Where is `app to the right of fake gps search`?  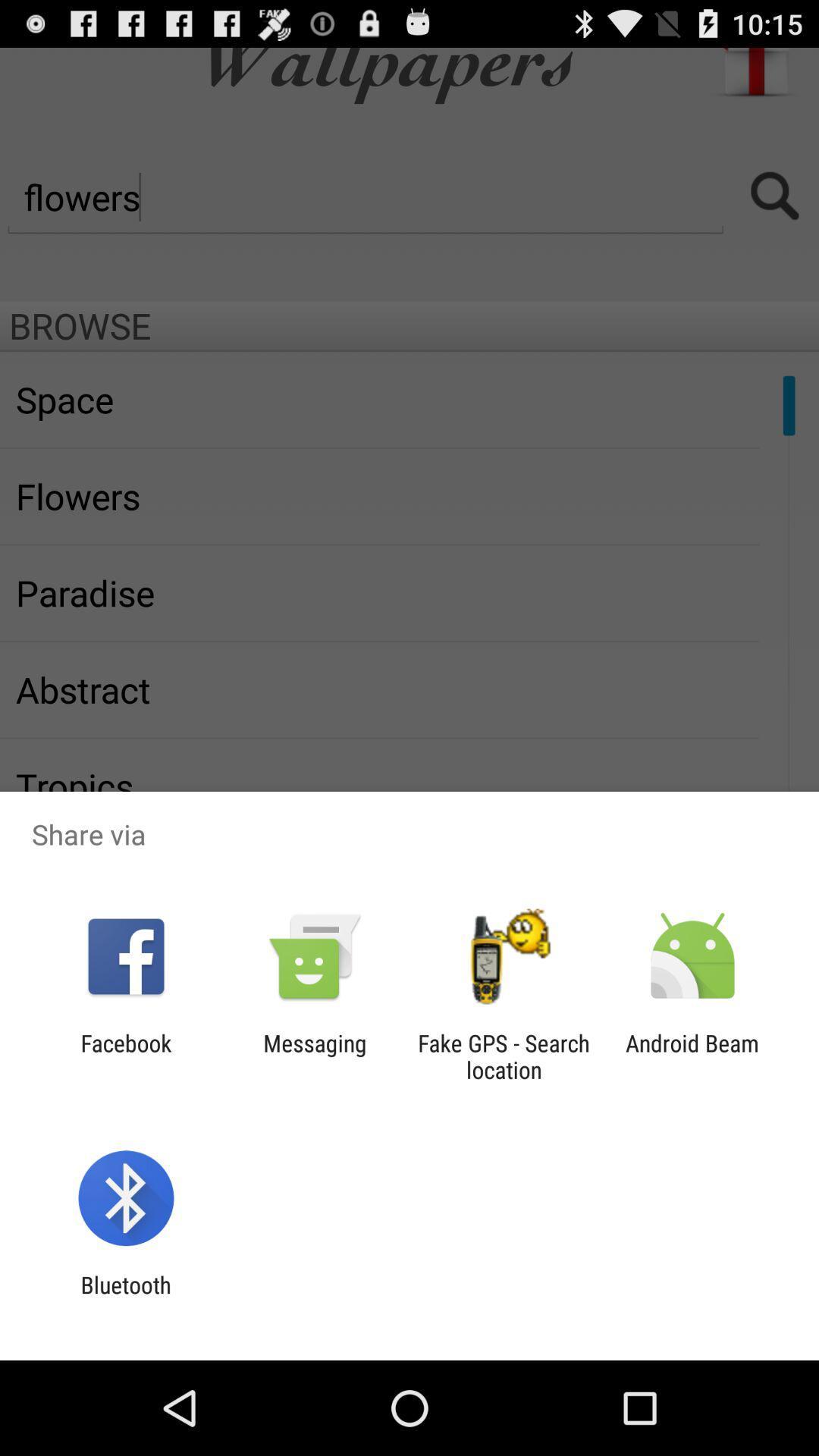 app to the right of fake gps search is located at coordinates (692, 1056).